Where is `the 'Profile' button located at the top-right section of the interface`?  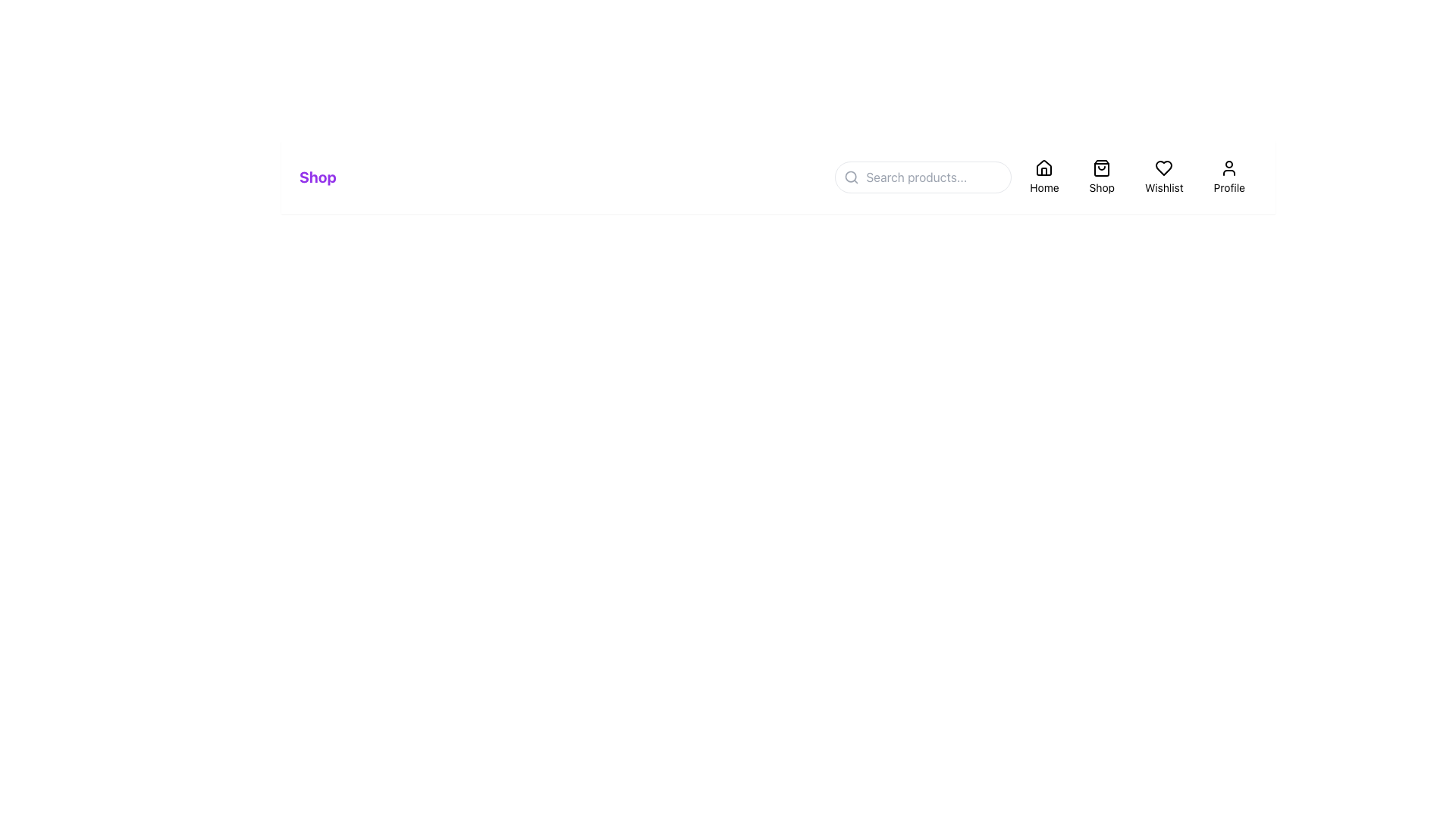
the 'Profile' button located at the top-right section of the interface is located at coordinates (1229, 177).